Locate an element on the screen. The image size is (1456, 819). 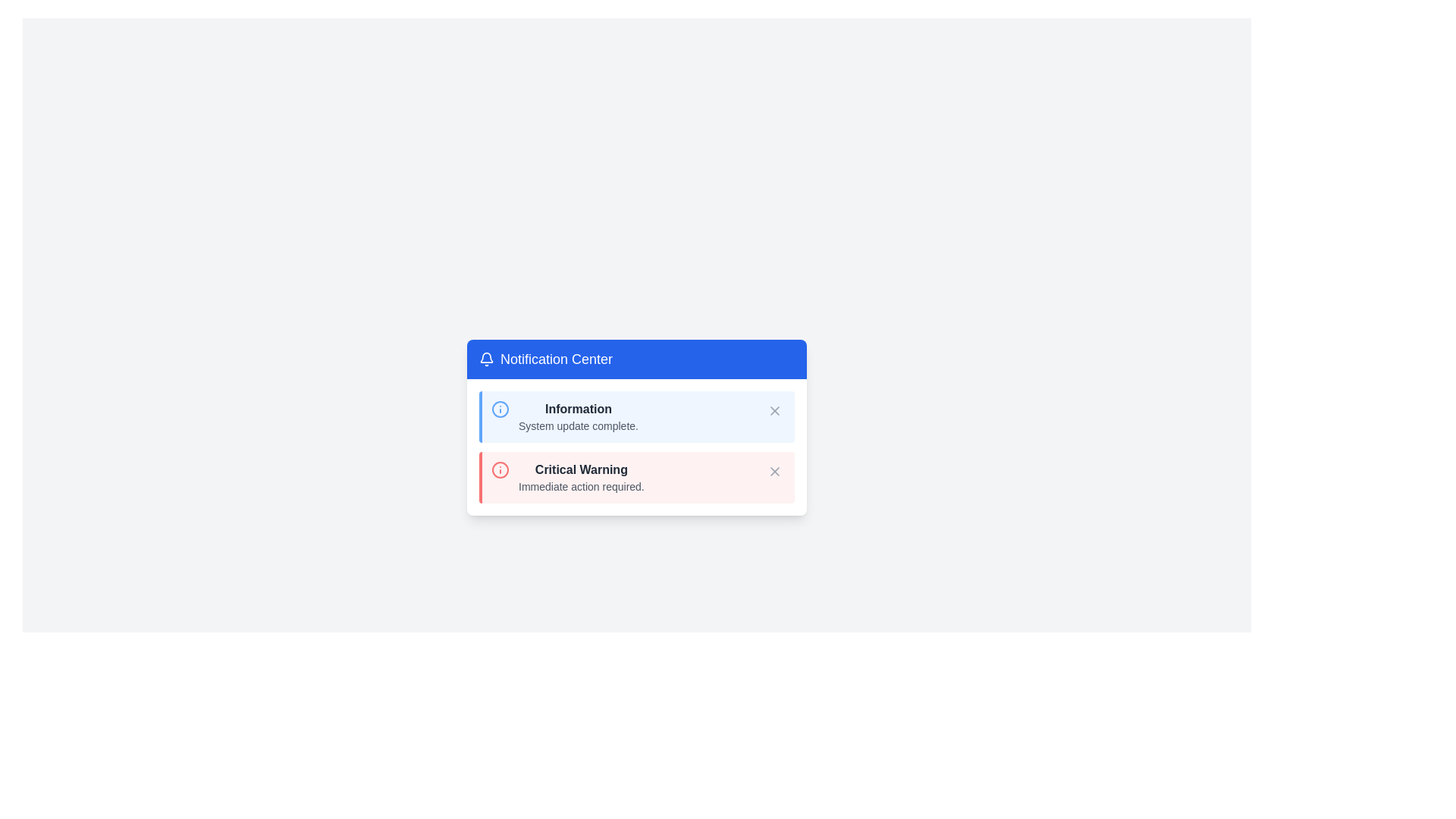
the text block within the notification card that displays 'Information' and 'System update complete.' is located at coordinates (578, 417).